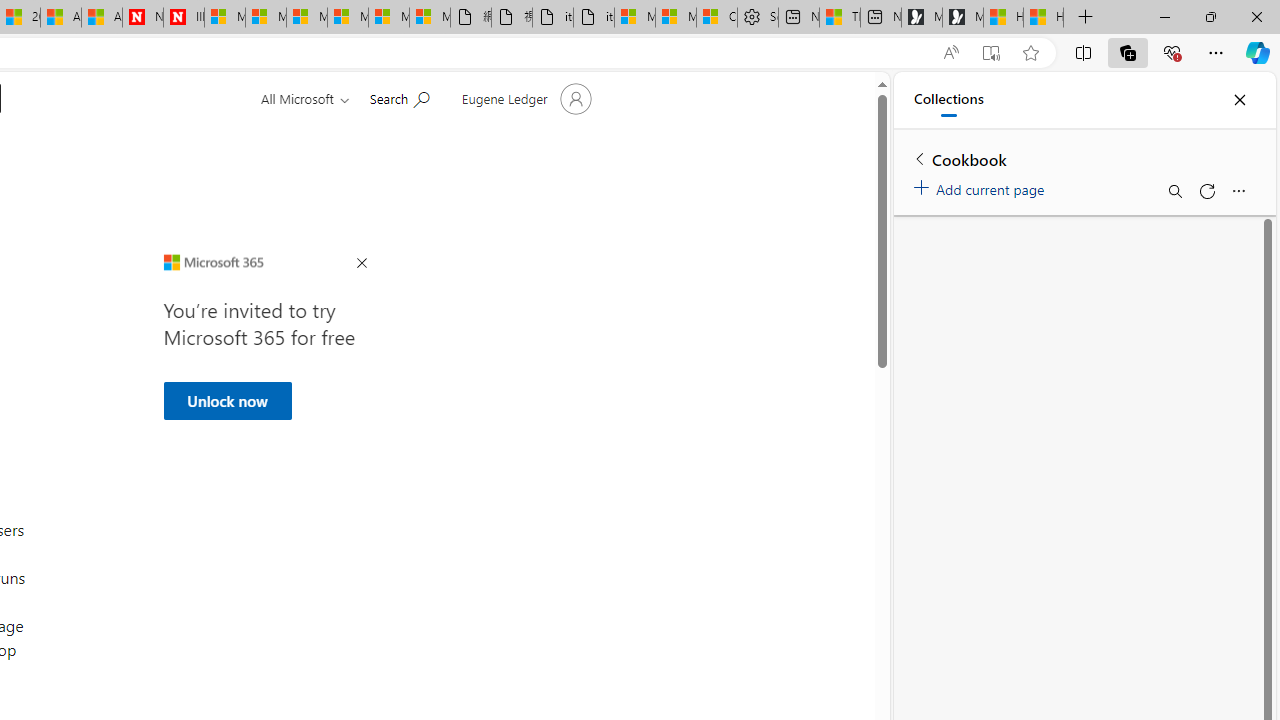 The height and width of the screenshot is (720, 1280). What do you see at coordinates (183, 17) in the screenshot?
I see `'Illness news & latest pictures from Newsweek.com'` at bounding box center [183, 17].